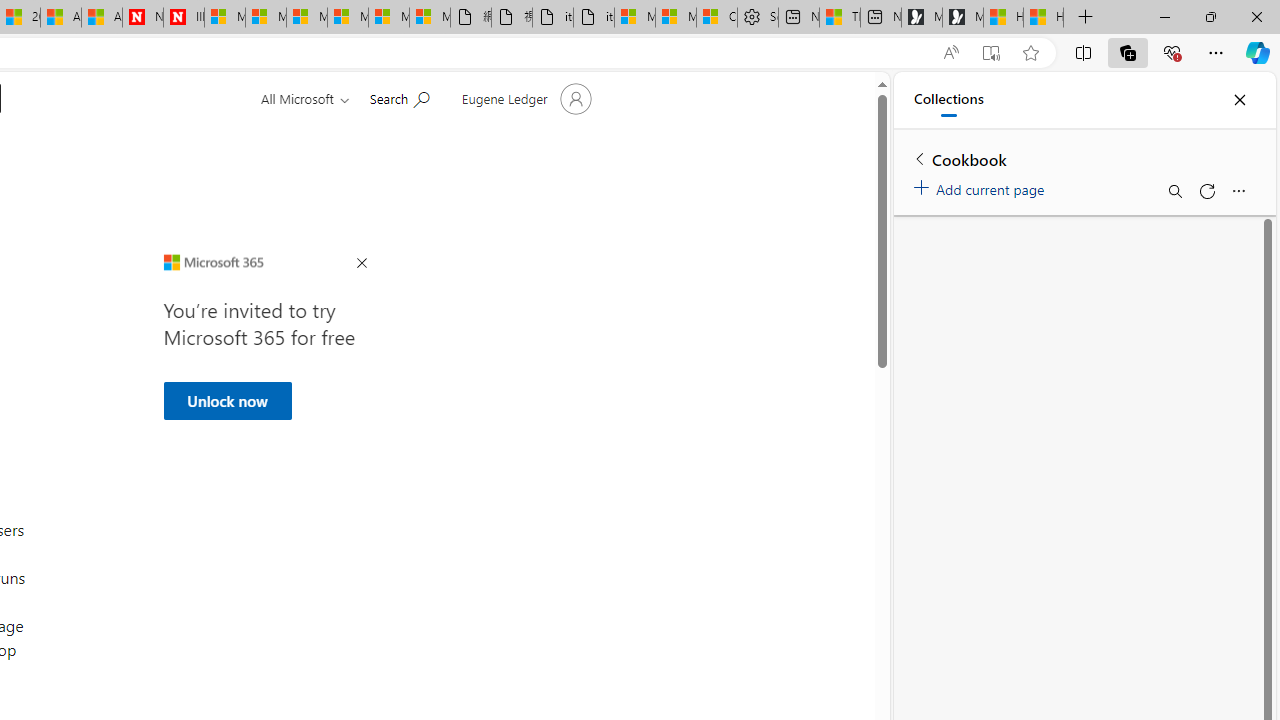 The height and width of the screenshot is (720, 1280). What do you see at coordinates (183, 17) in the screenshot?
I see `'Illness news & latest pictures from Newsweek.com'` at bounding box center [183, 17].